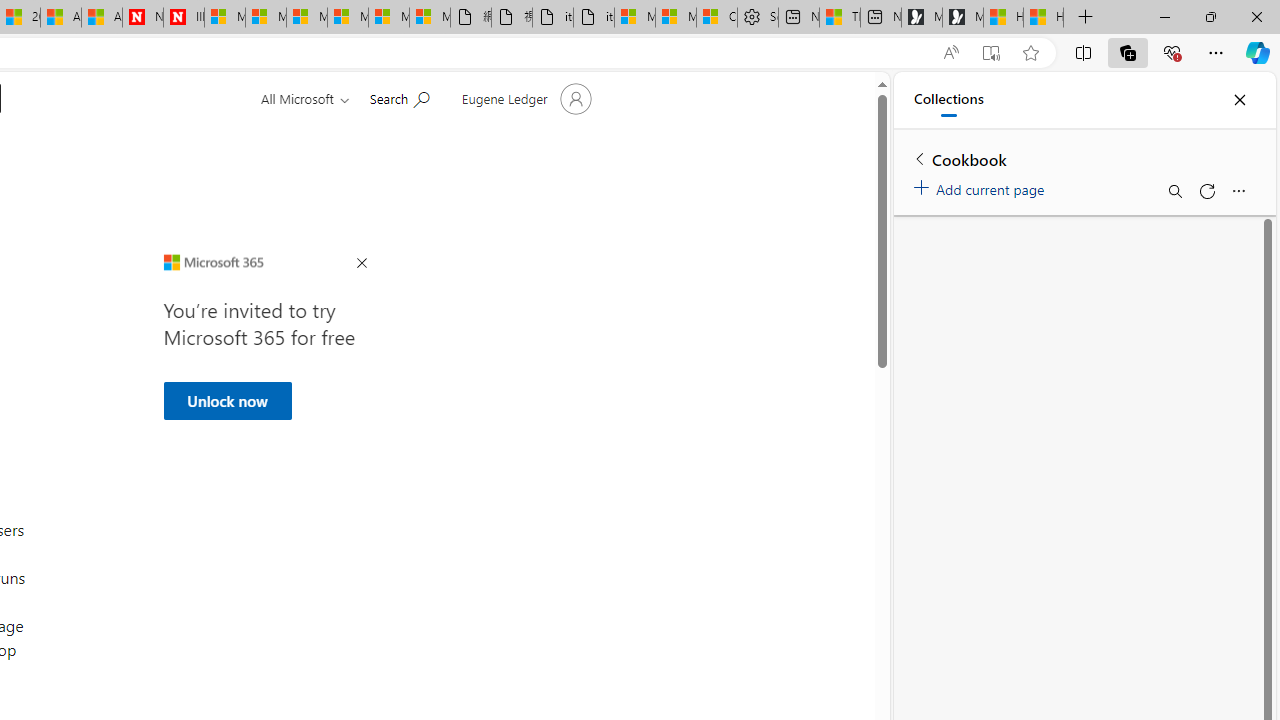 The height and width of the screenshot is (720, 1280). What do you see at coordinates (183, 17) in the screenshot?
I see `'Illness news & latest pictures from Newsweek.com'` at bounding box center [183, 17].